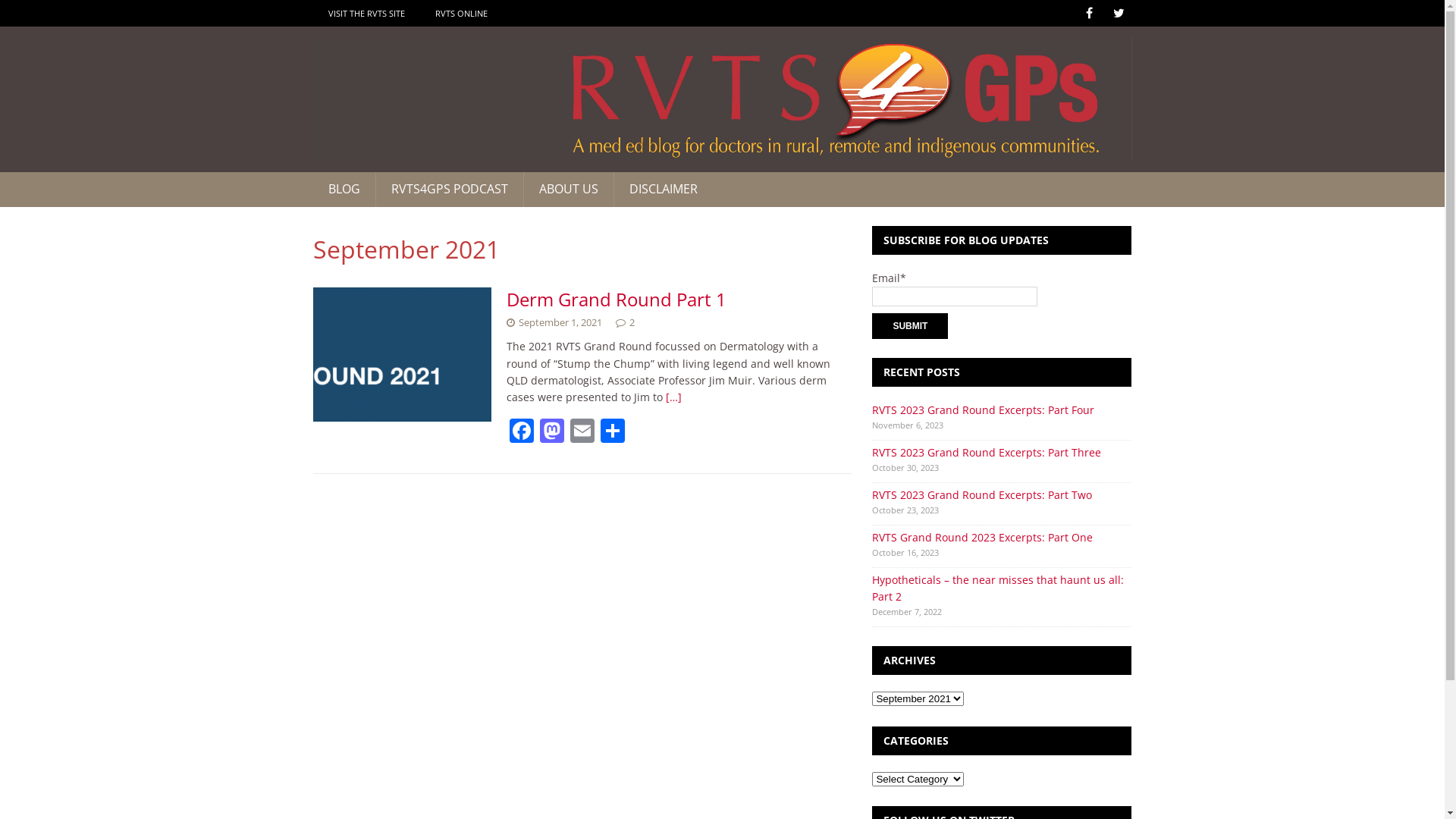  I want to click on 'RVTS 2023 Grand Round Excerpts: Part Two', so click(982, 494).